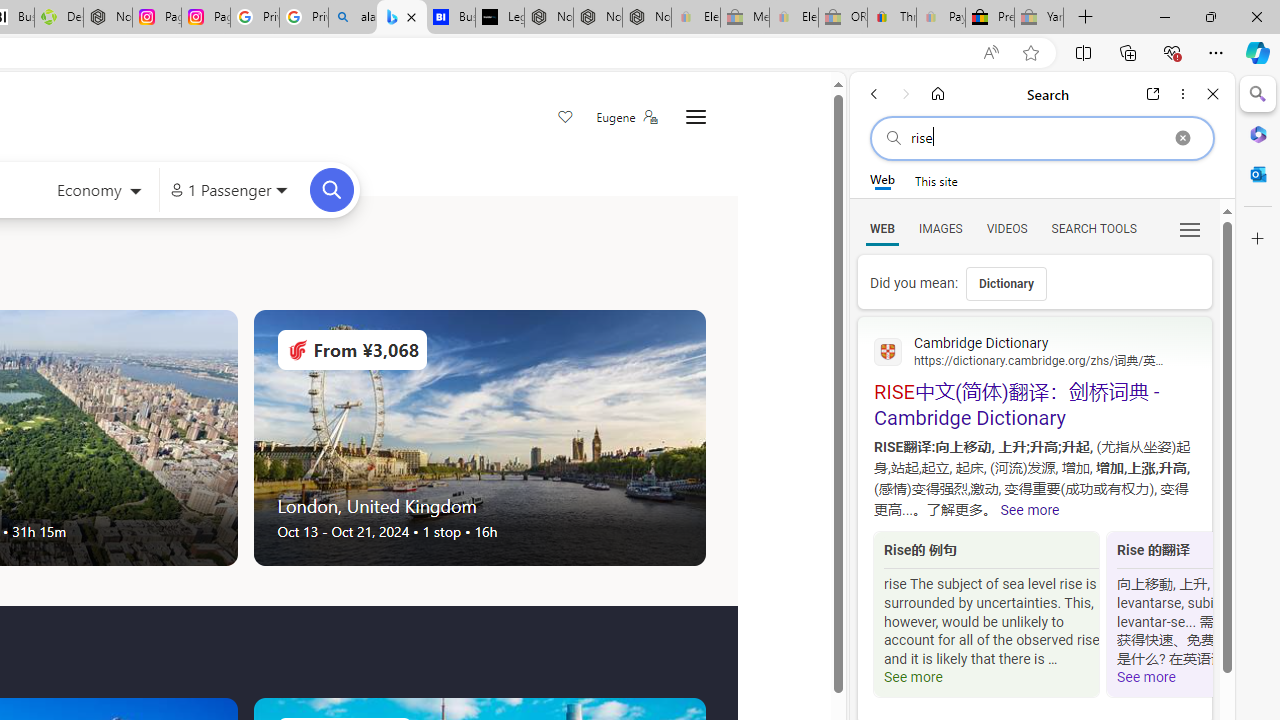 Image resolution: width=1280 pixels, height=720 pixels. Describe the element at coordinates (1034, 349) in the screenshot. I see `'Cambridge Dictionary'` at that location.